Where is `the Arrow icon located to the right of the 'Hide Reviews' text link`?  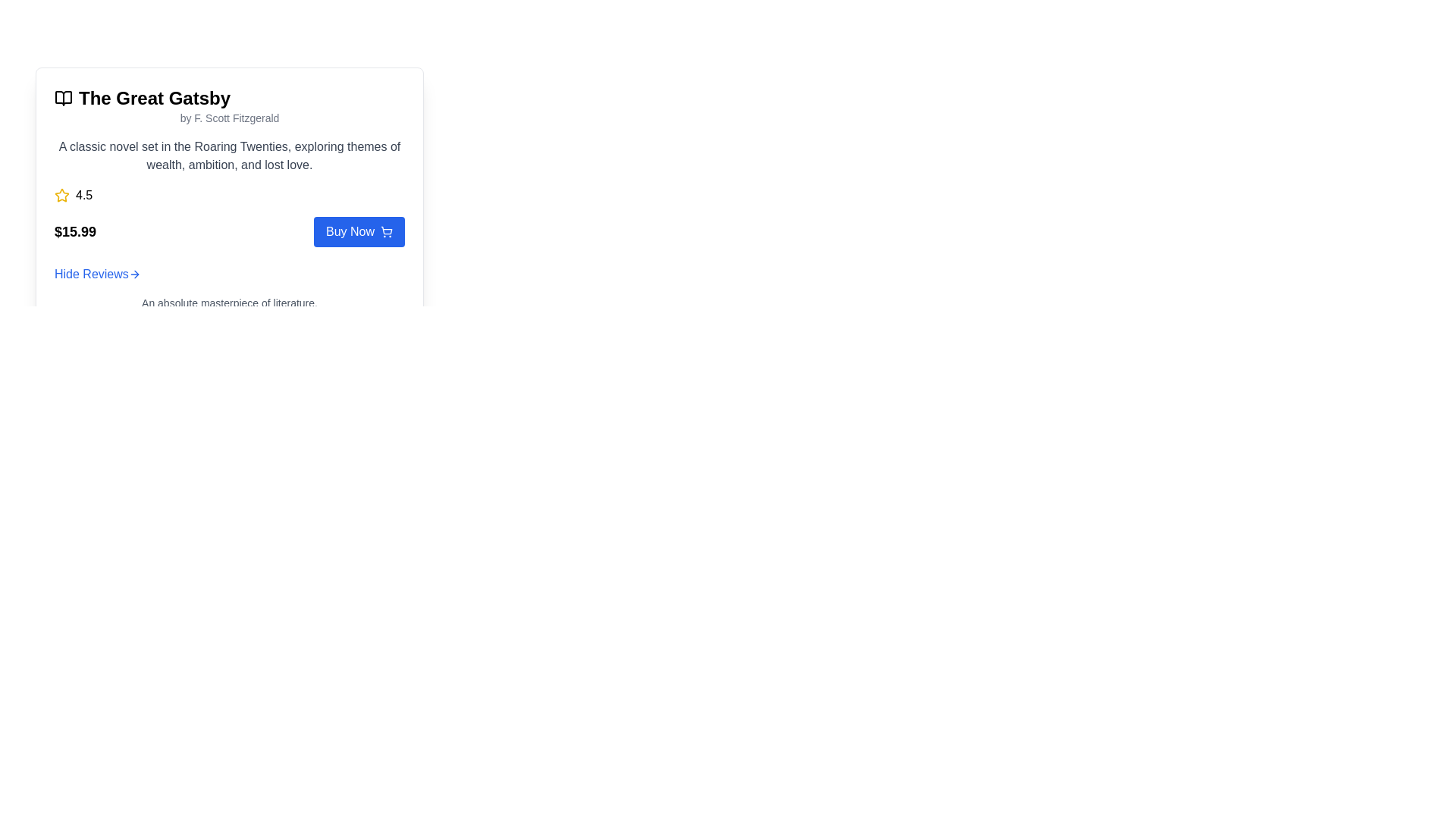 the Arrow icon located to the right of the 'Hide Reviews' text link is located at coordinates (134, 275).